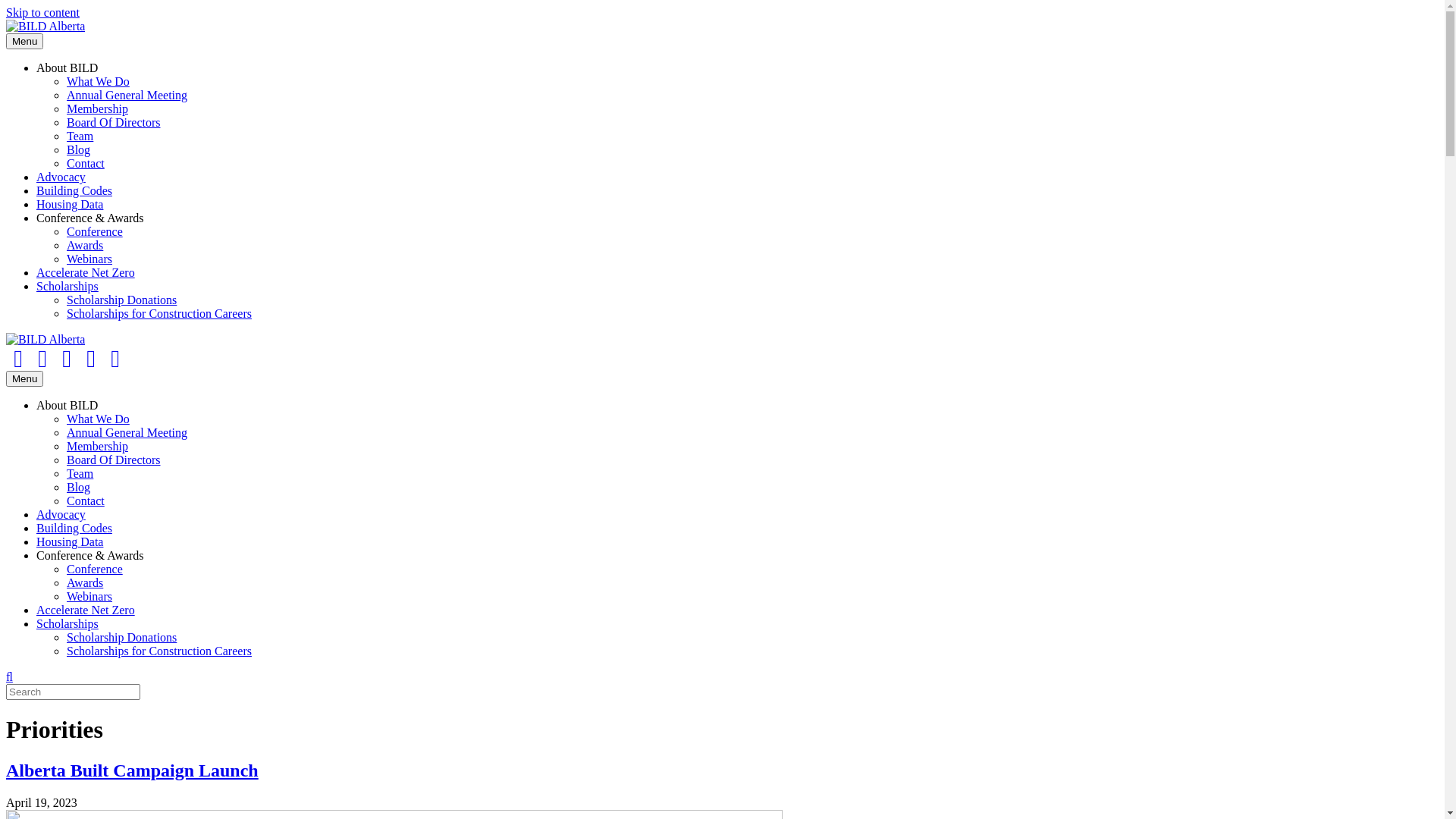 This screenshot has height=819, width=1456. Describe the element at coordinates (77, 487) in the screenshot. I see `'Blog'` at that location.